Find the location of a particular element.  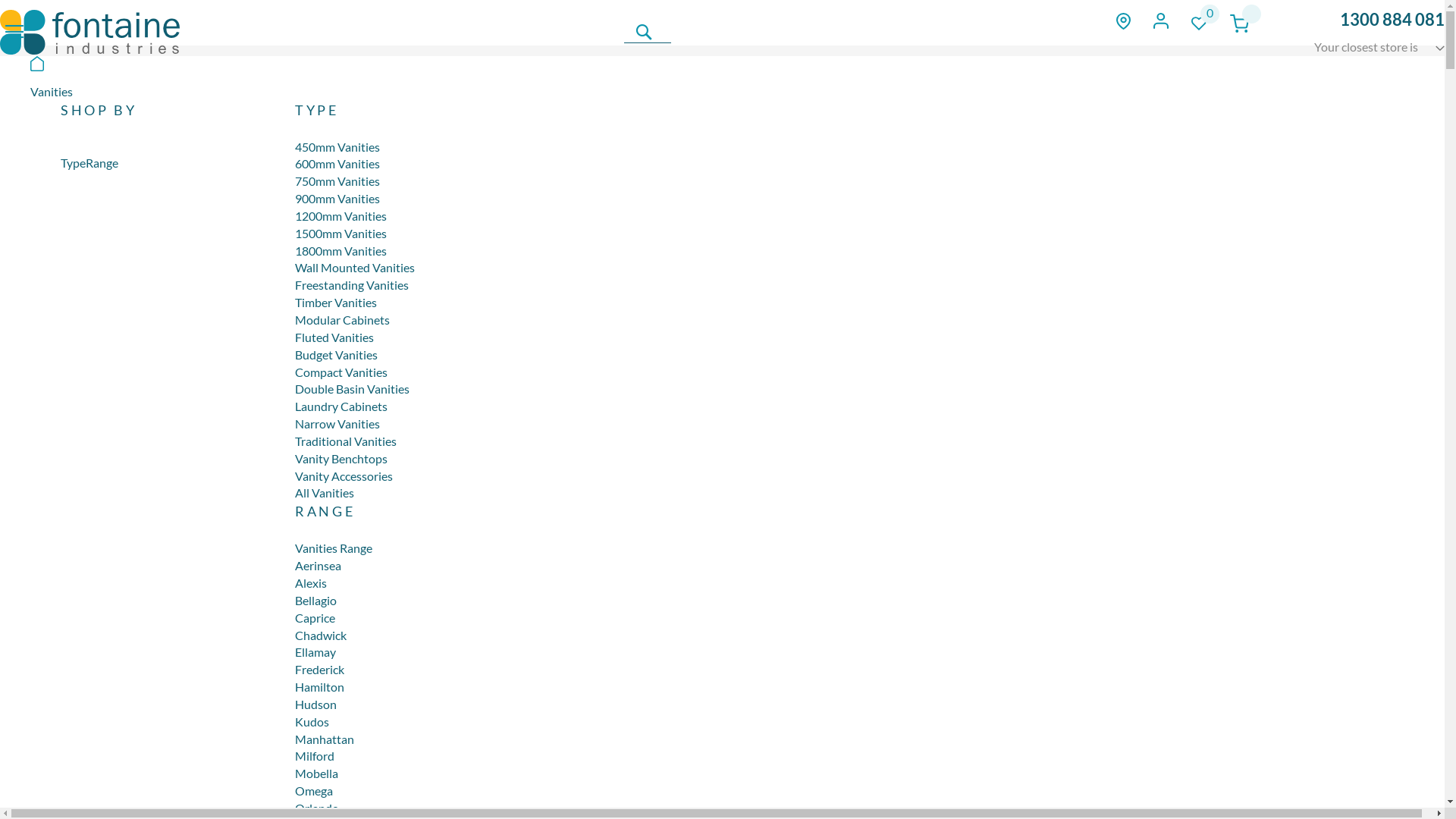

'Wall Mounted Vanities' is located at coordinates (354, 266).